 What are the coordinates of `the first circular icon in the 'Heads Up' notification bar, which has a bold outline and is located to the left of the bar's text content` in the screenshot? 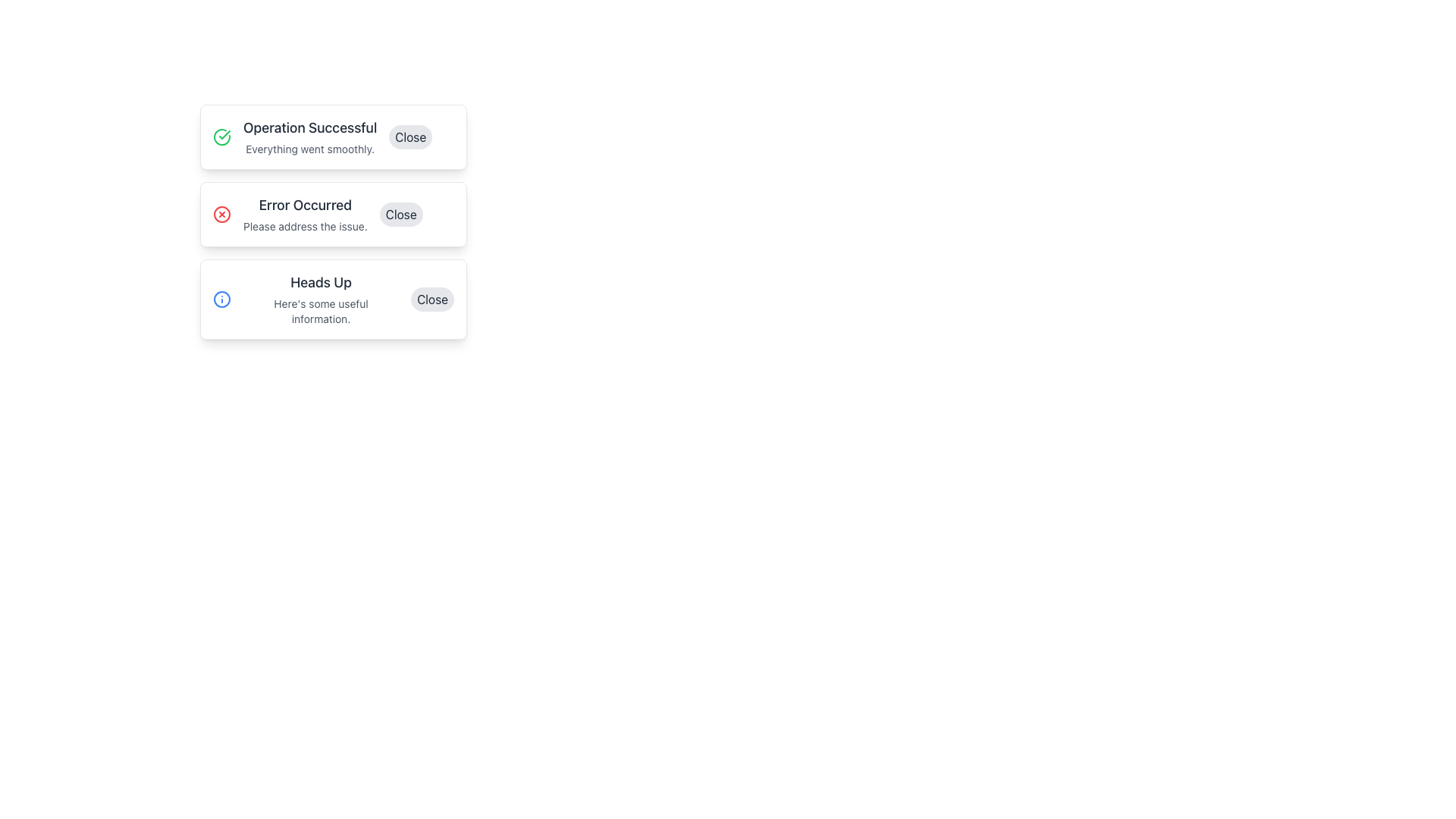 It's located at (221, 299).